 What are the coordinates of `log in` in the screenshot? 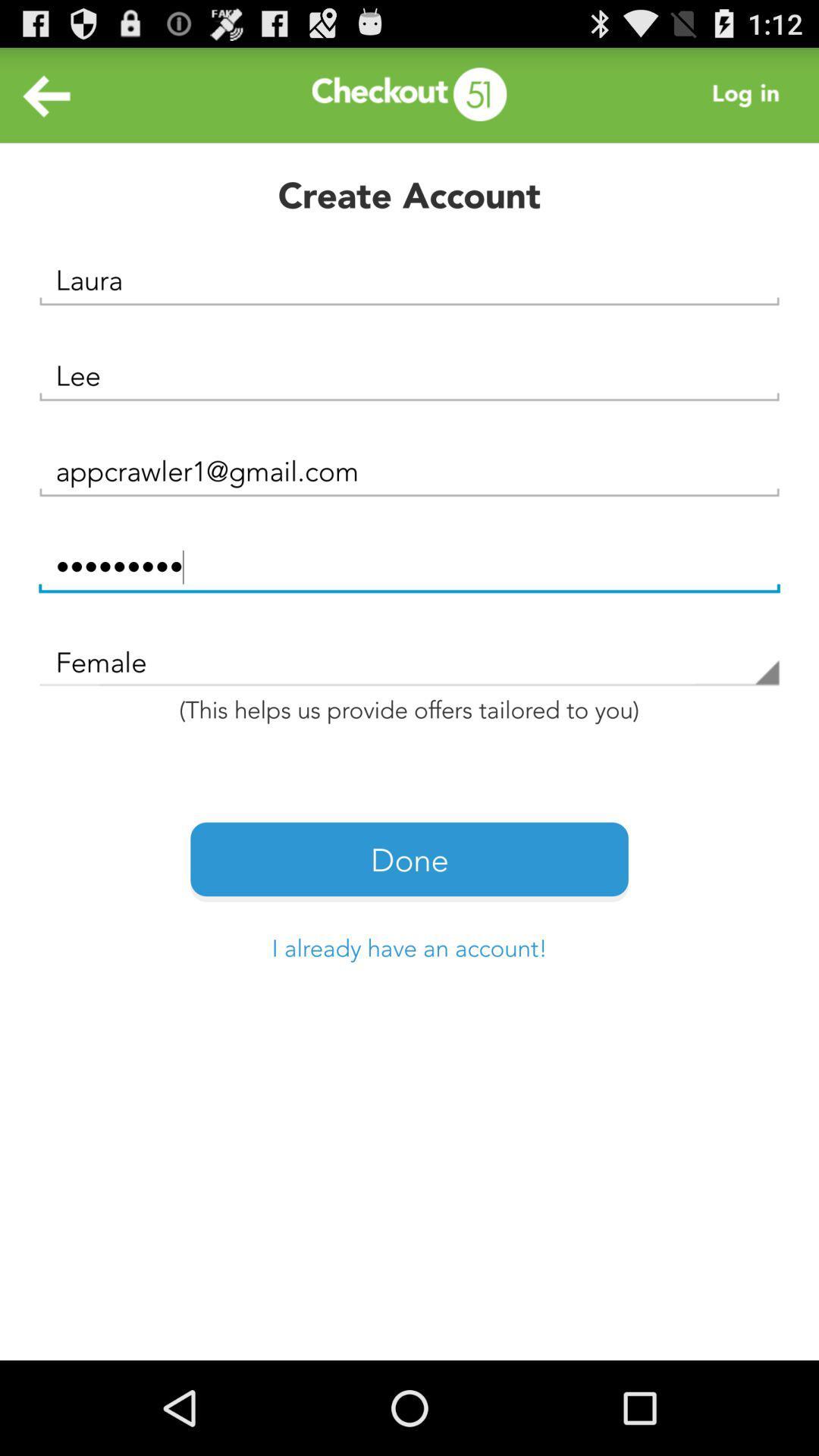 It's located at (749, 94).